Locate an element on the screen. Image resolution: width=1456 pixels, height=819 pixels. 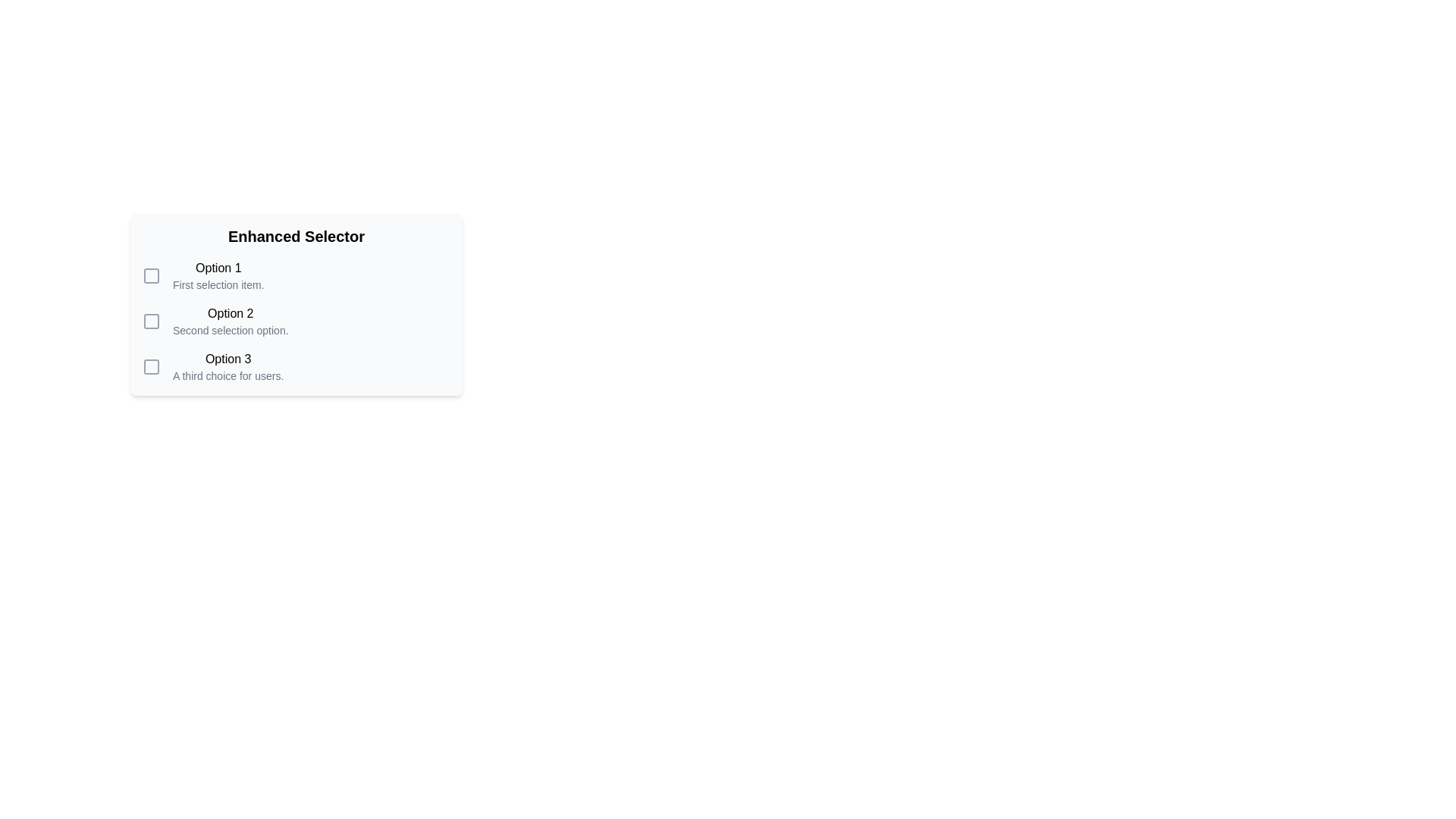
SVG graphical component located at the top-left corner of the selector options panel, adjacent to the text labeled 'Option 1', for debugging purposes is located at coordinates (152, 275).